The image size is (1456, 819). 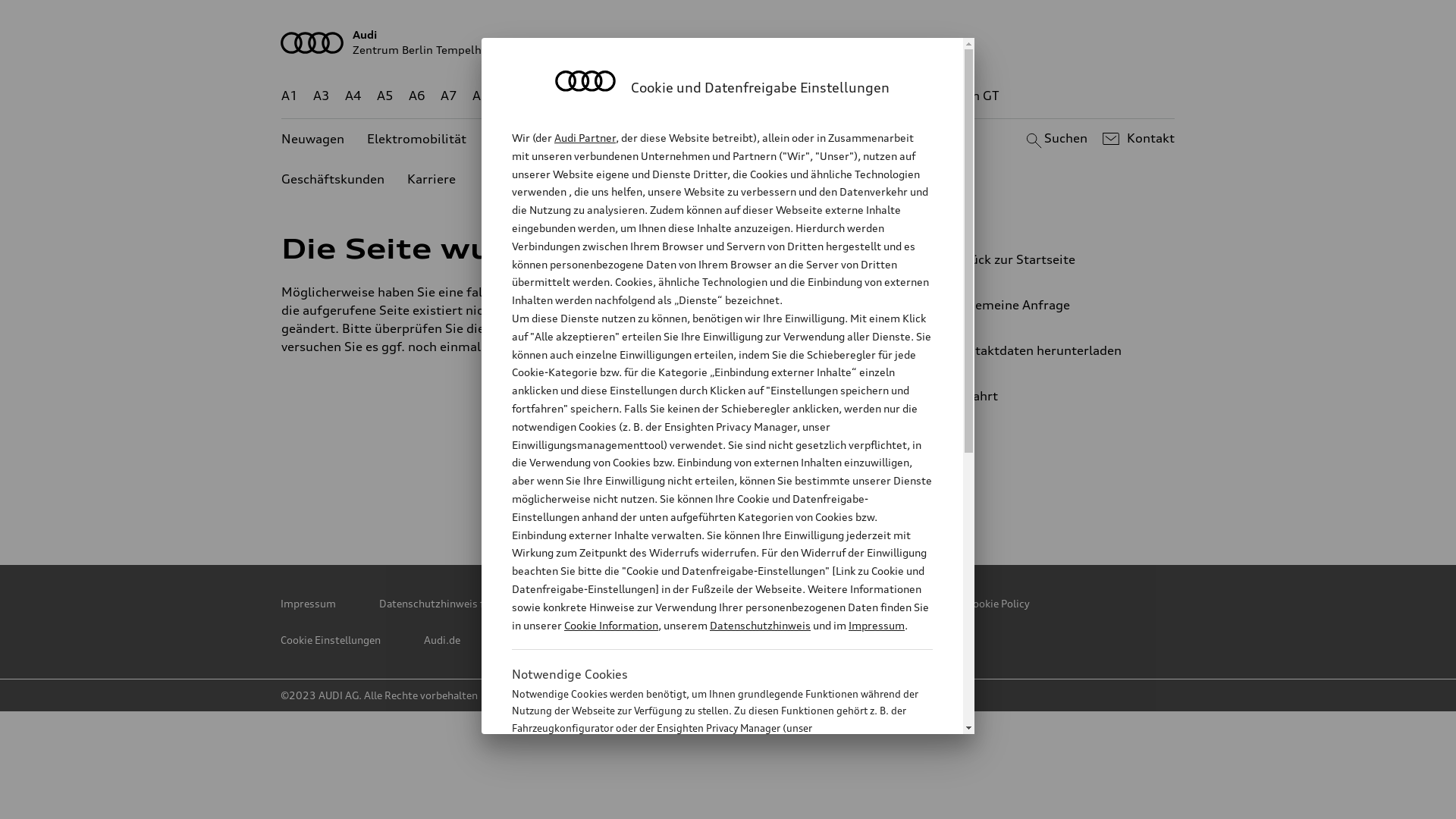 What do you see at coordinates (352, 96) in the screenshot?
I see `'A4'` at bounding box center [352, 96].